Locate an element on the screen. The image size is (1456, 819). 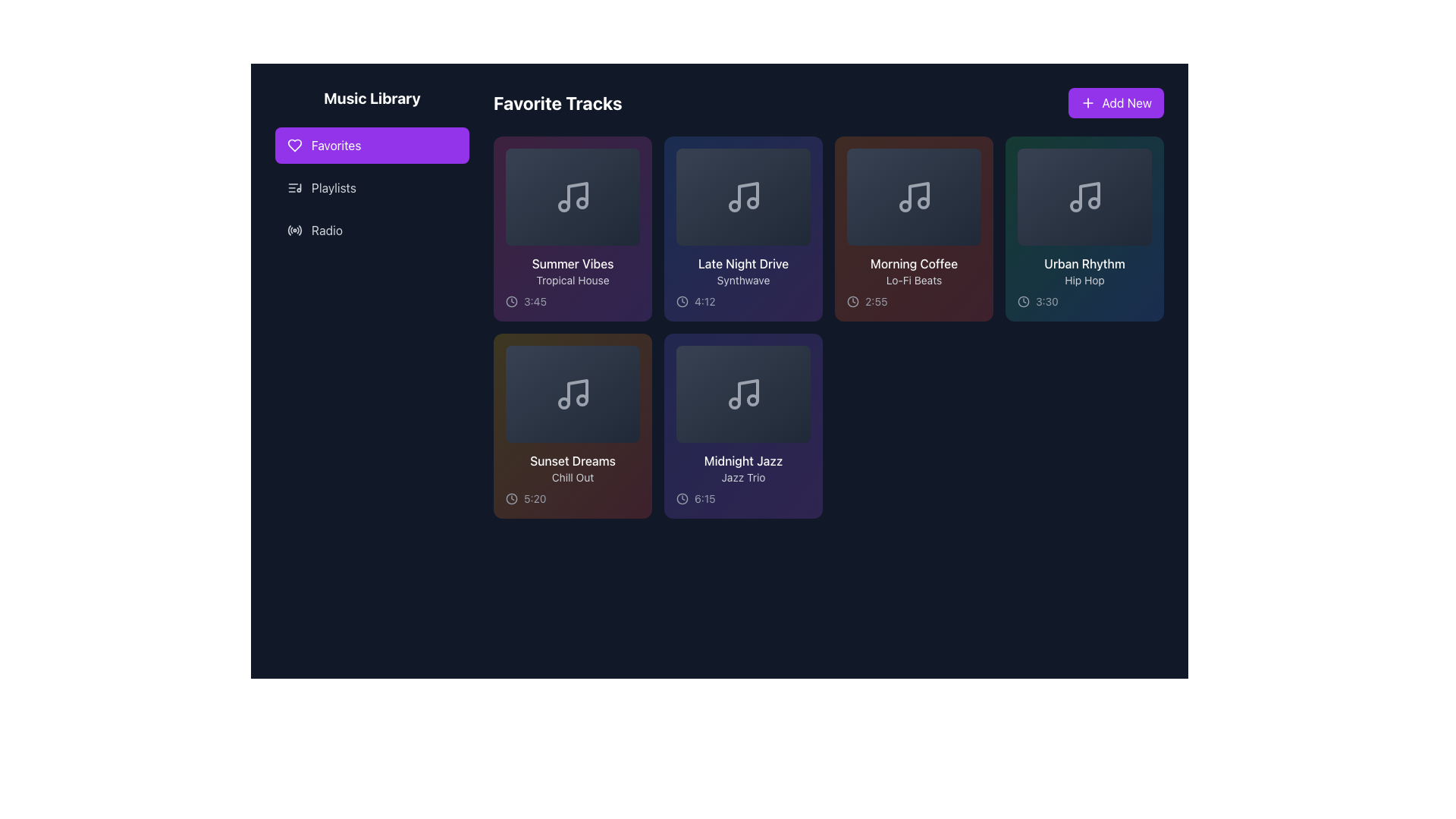
the vector graphic representing a musical note in the 'Favorite Tracks' section, located in the first card on the top left is located at coordinates (576, 194).